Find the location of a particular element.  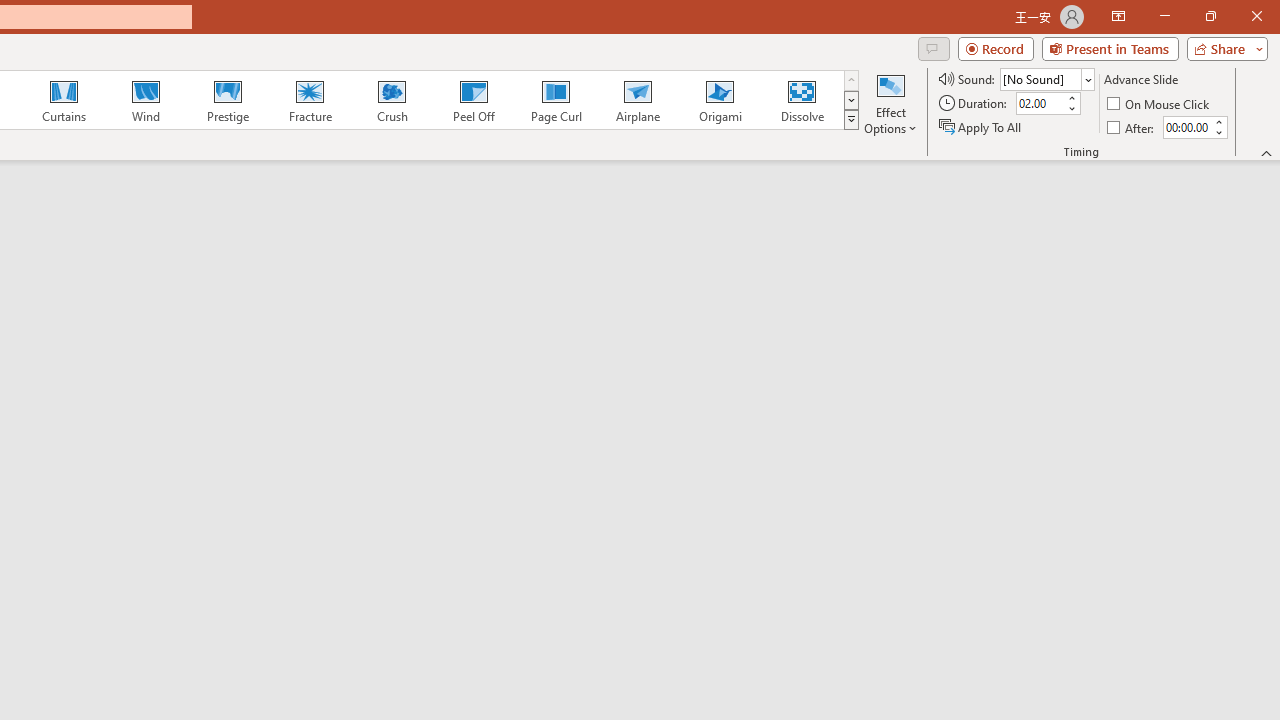

'Origami' is located at coordinates (720, 100).